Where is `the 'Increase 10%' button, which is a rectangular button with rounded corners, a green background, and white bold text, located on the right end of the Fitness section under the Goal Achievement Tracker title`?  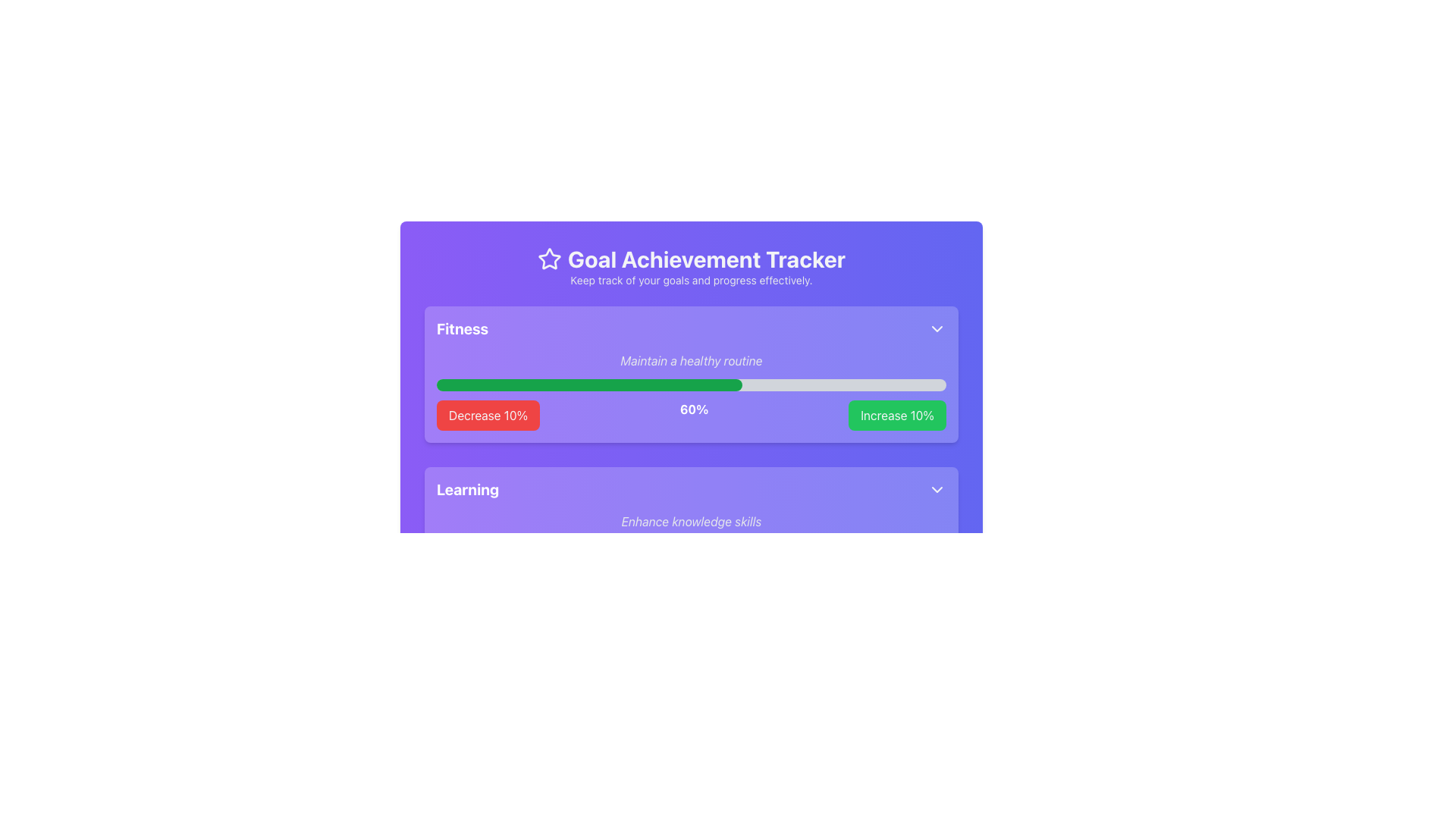 the 'Increase 10%' button, which is a rectangular button with rounded corners, a green background, and white bold text, located on the right end of the Fitness section under the Goal Achievement Tracker title is located at coordinates (897, 415).